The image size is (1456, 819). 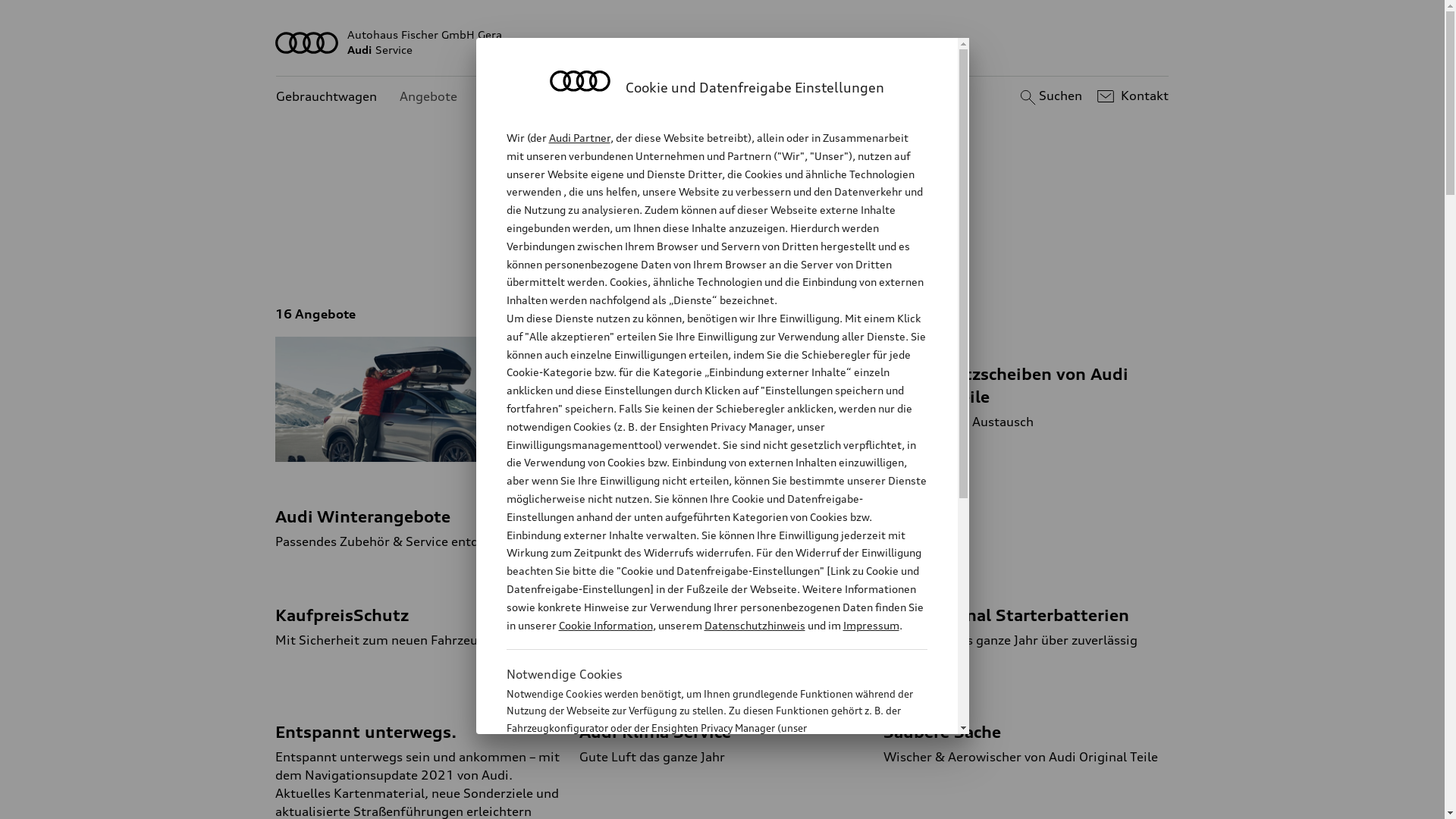 What do you see at coordinates (1026, 730) in the screenshot?
I see `'Saubere Sache` at bounding box center [1026, 730].